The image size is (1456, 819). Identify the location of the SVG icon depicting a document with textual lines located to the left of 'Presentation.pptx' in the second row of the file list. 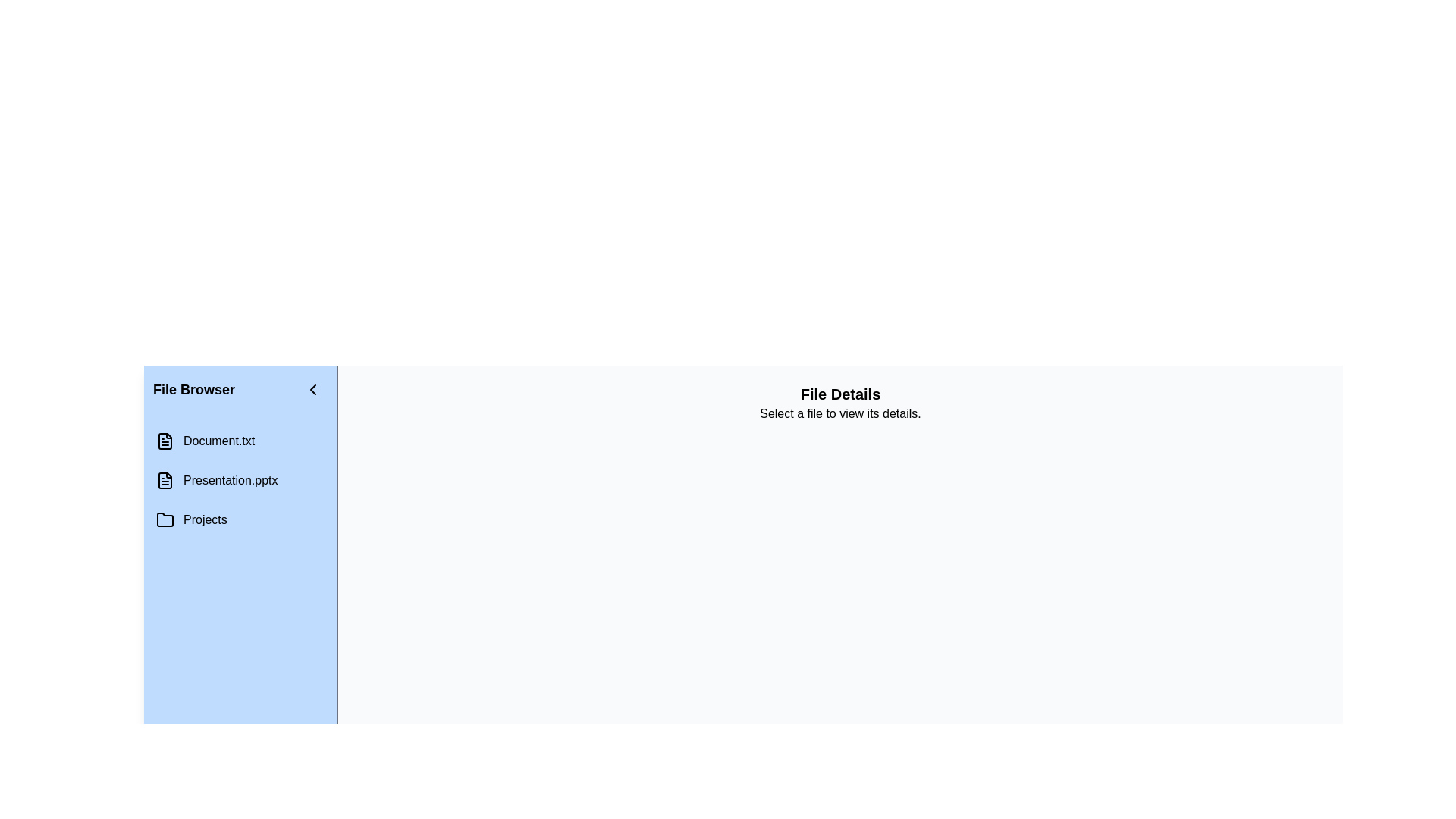
(165, 480).